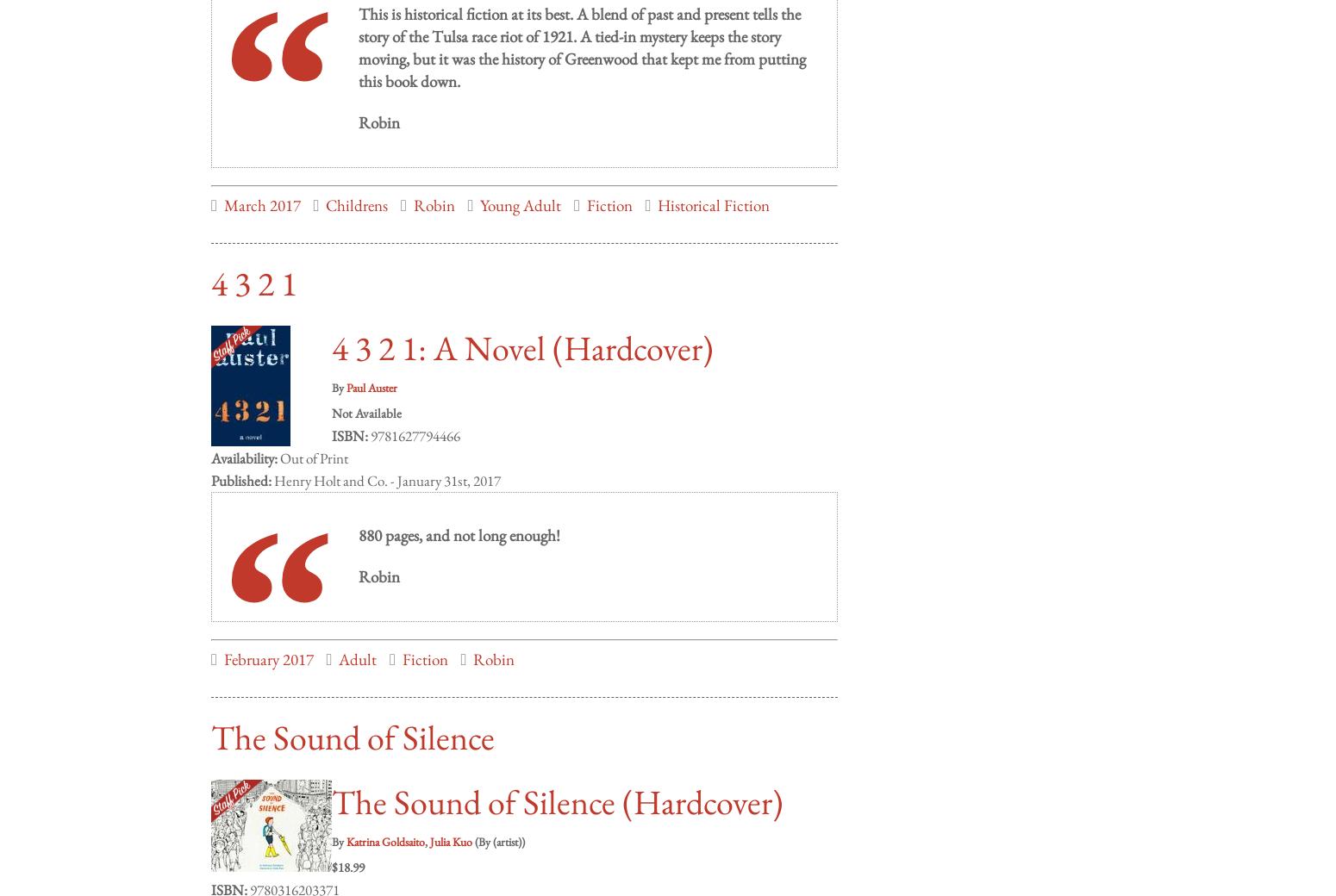 Image resolution: width=1336 pixels, height=896 pixels. I want to click on 'Young Adult', so click(521, 188).